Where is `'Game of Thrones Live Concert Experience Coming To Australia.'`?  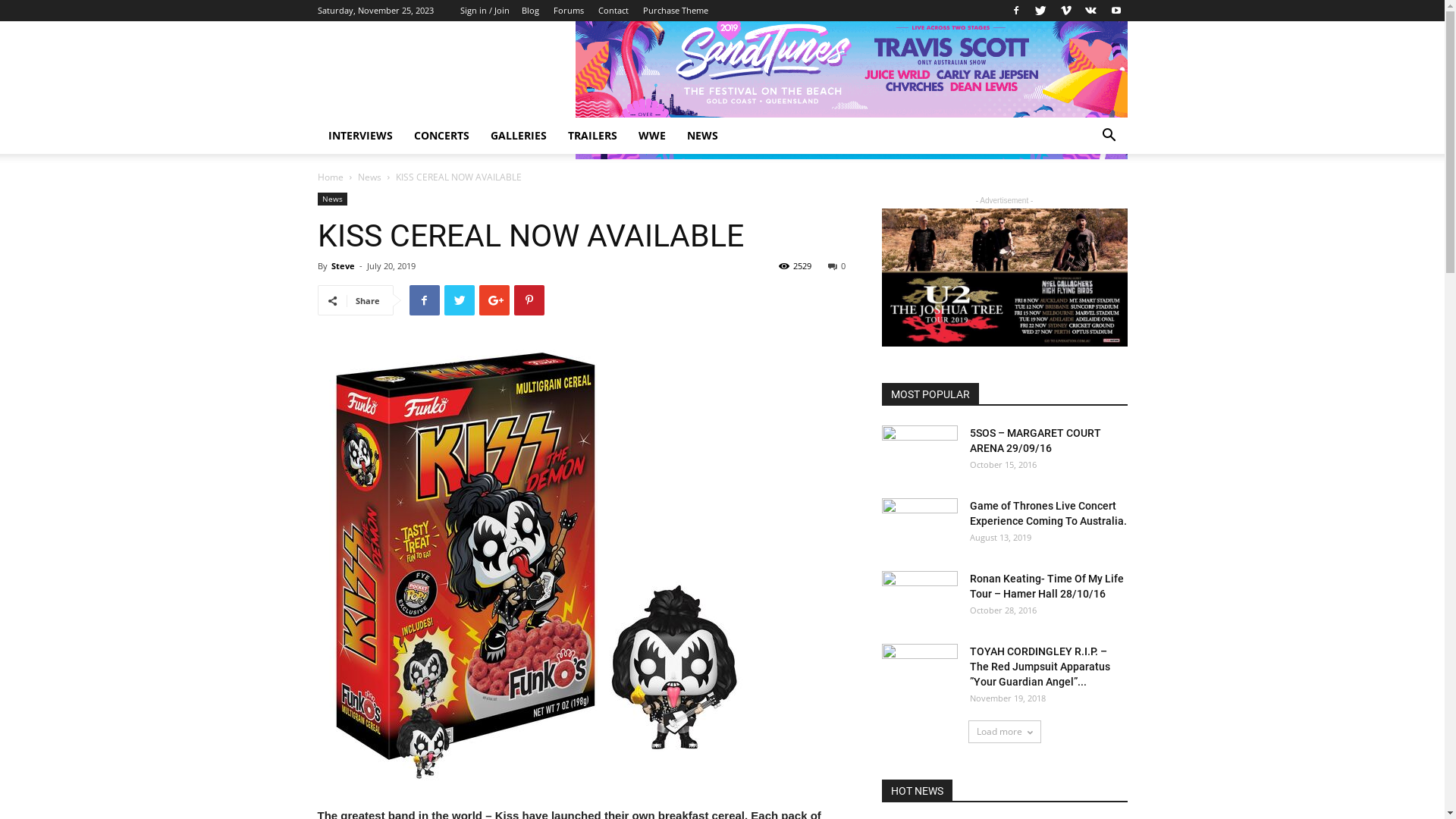 'Game of Thrones Live Concert Experience Coming To Australia.' is located at coordinates (918, 523).